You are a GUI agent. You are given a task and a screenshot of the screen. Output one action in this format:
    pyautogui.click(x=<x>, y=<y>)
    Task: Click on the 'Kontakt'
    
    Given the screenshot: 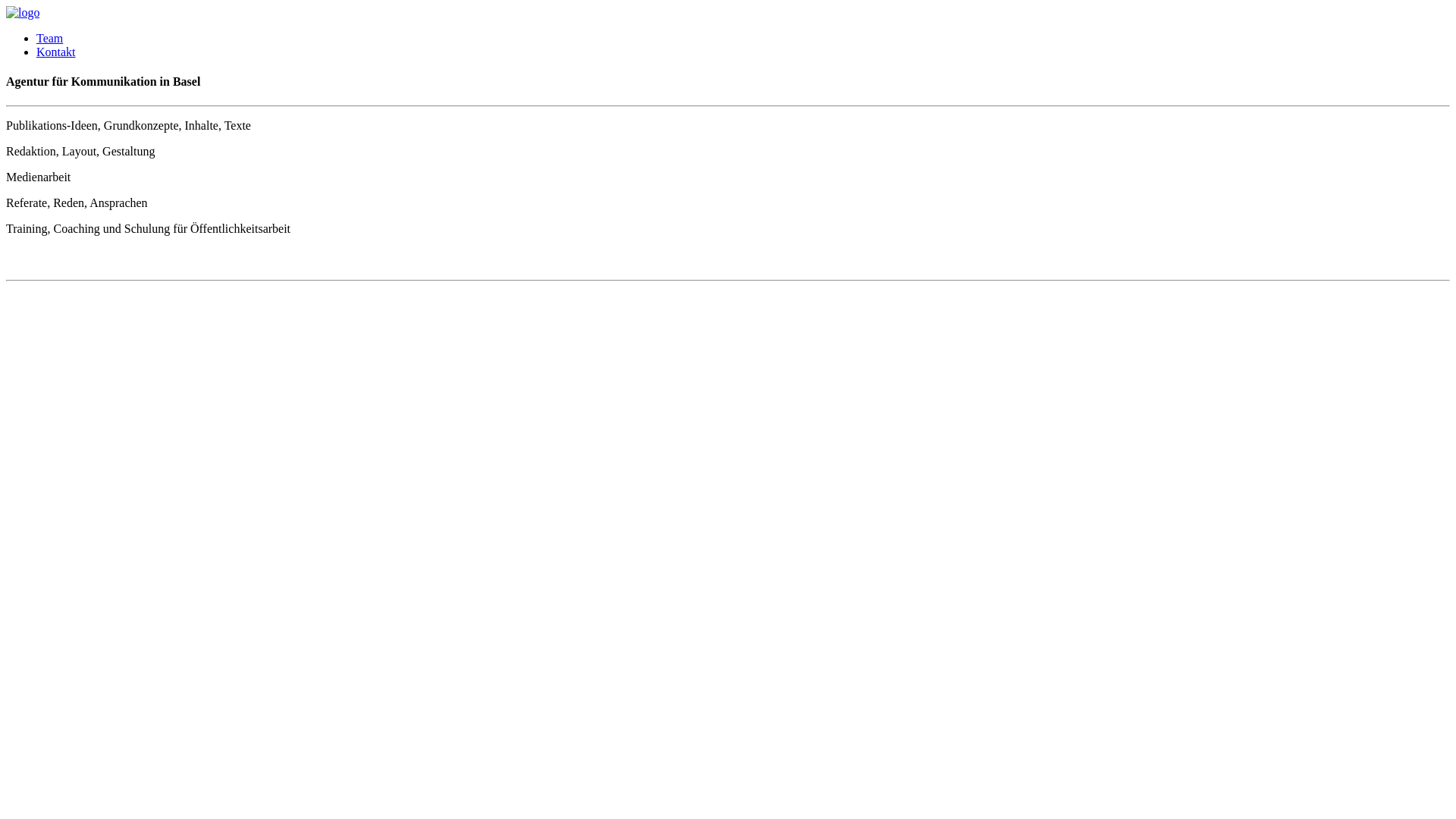 What is the action you would take?
    pyautogui.click(x=55, y=51)
    